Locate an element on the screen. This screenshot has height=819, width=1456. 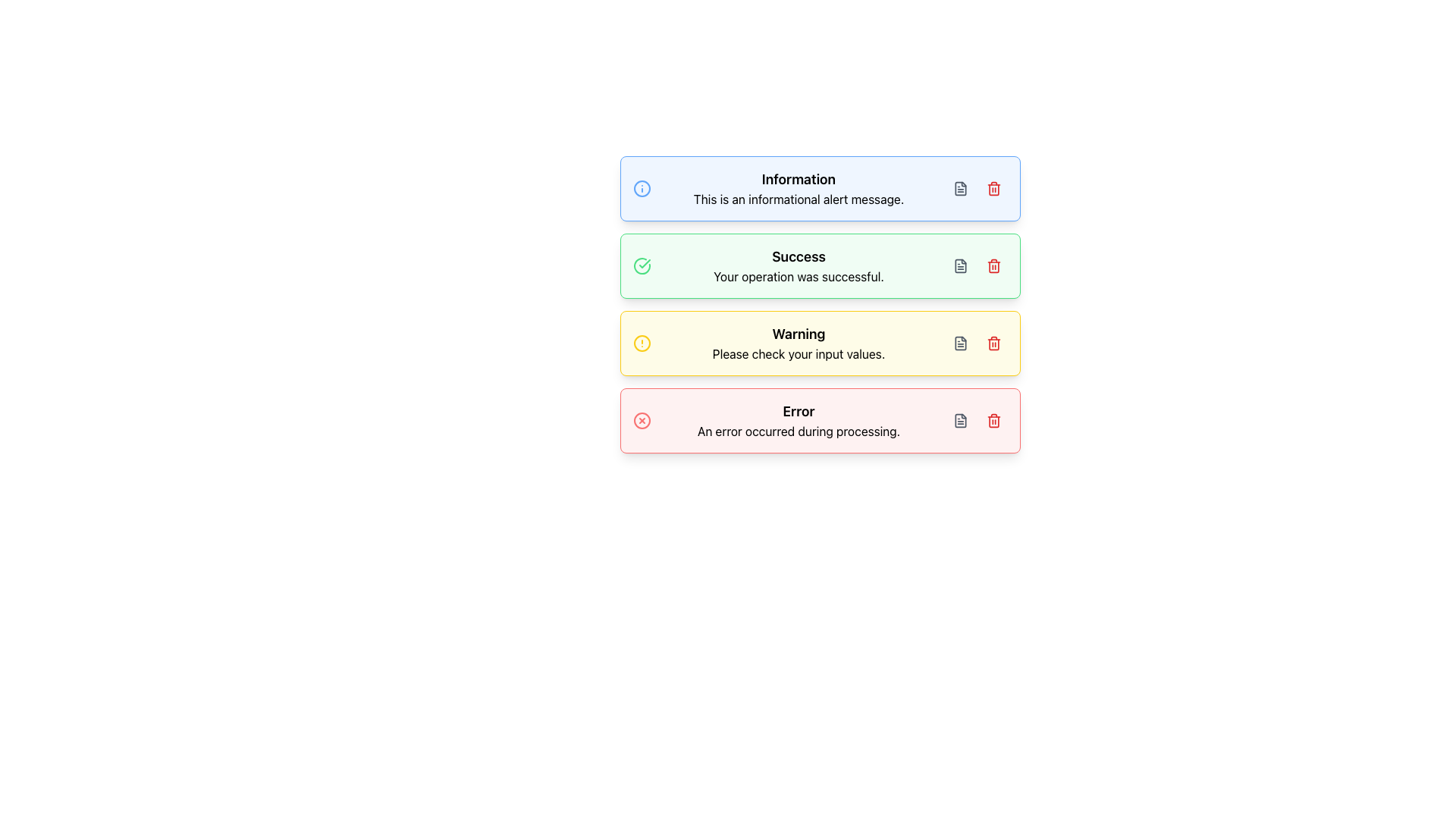
the visual warning icon located on the left side of the warning alert box that contains the messages 'Warning' and 'Please check your input values.', positioned near the top-left corner of the third alert box in a vertical list of alert boxes is located at coordinates (642, 343).